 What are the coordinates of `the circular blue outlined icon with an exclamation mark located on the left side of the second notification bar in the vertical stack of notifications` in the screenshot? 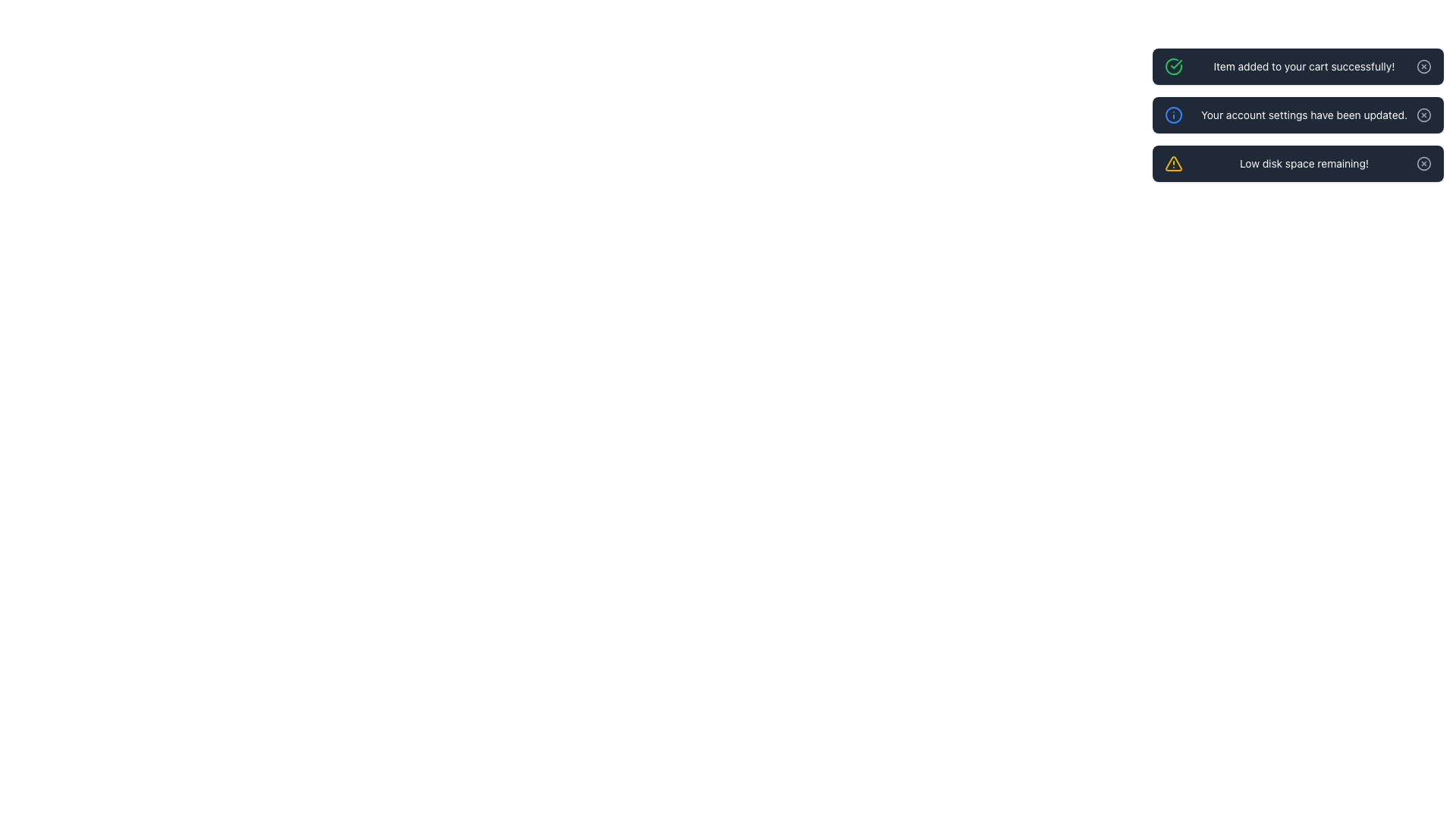 It's located at (1173, 114).